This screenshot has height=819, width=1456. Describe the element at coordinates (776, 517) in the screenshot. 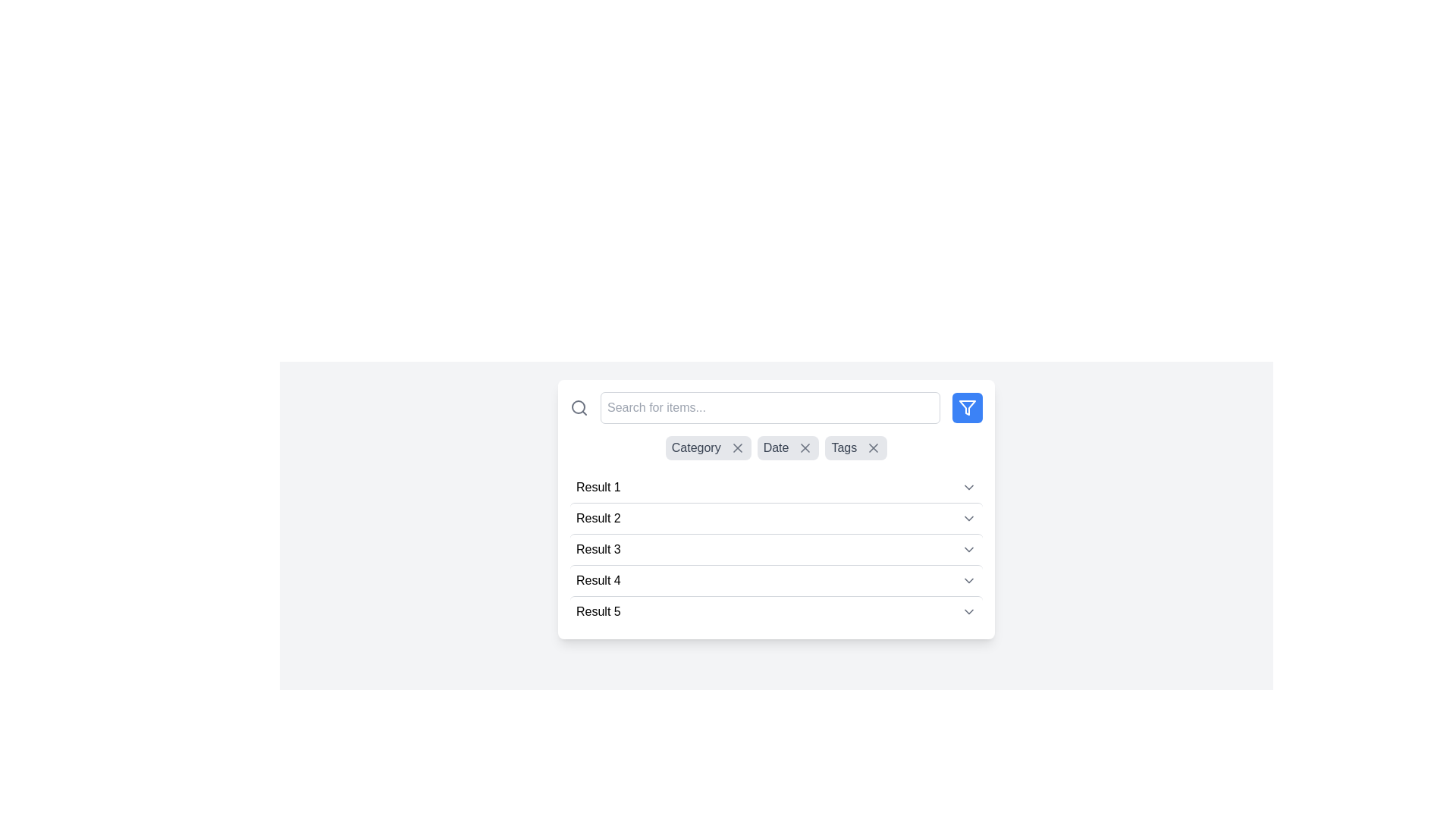

I see `the list item labeled 'Result 2' which is the second item in a vertically scrollable panel of results` at that location.